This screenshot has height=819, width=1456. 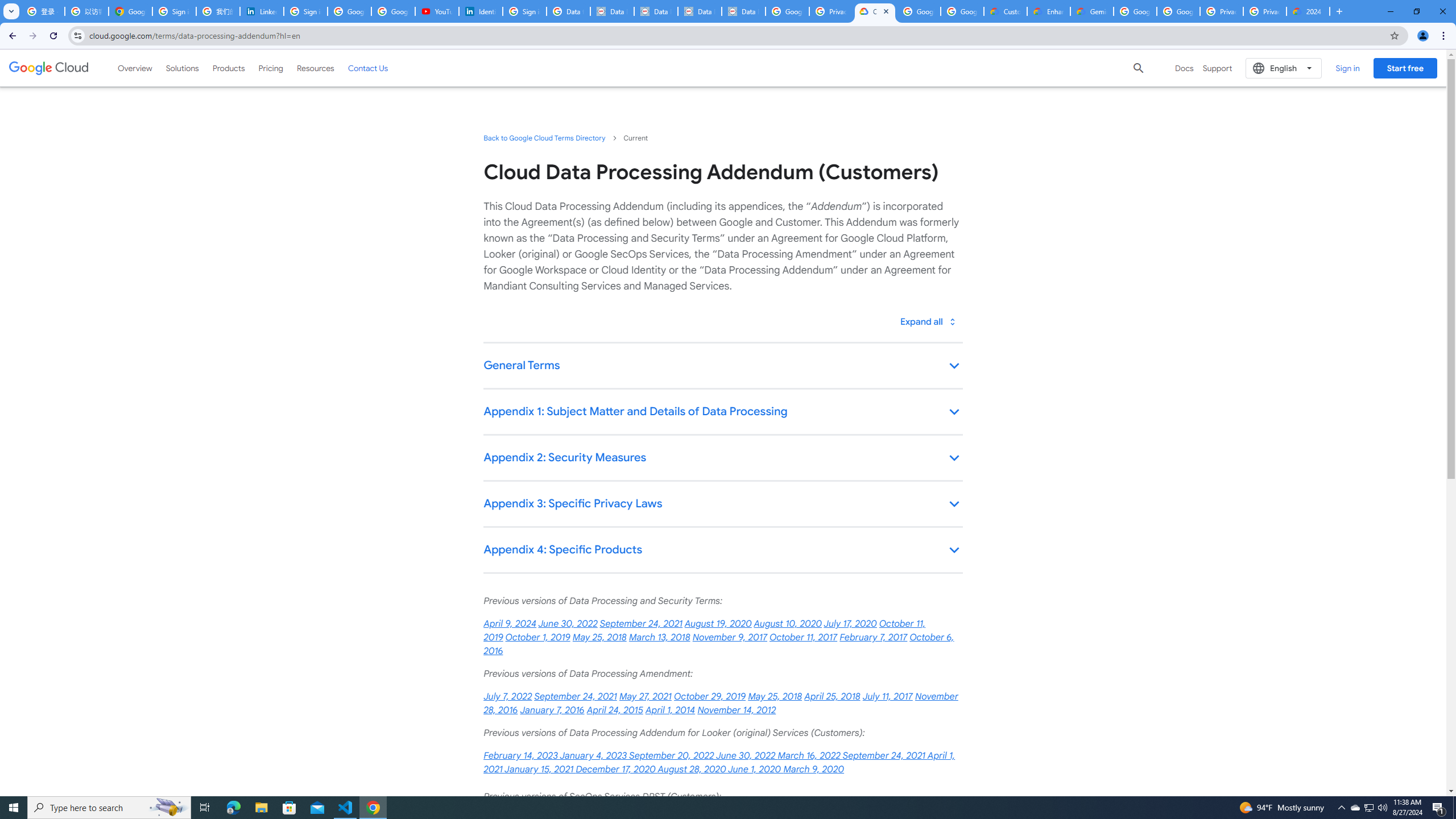 What do you see at coordinates (1405, 67) in the screenshot?
I see `'Start free'` at bounding box center [1405, 67].